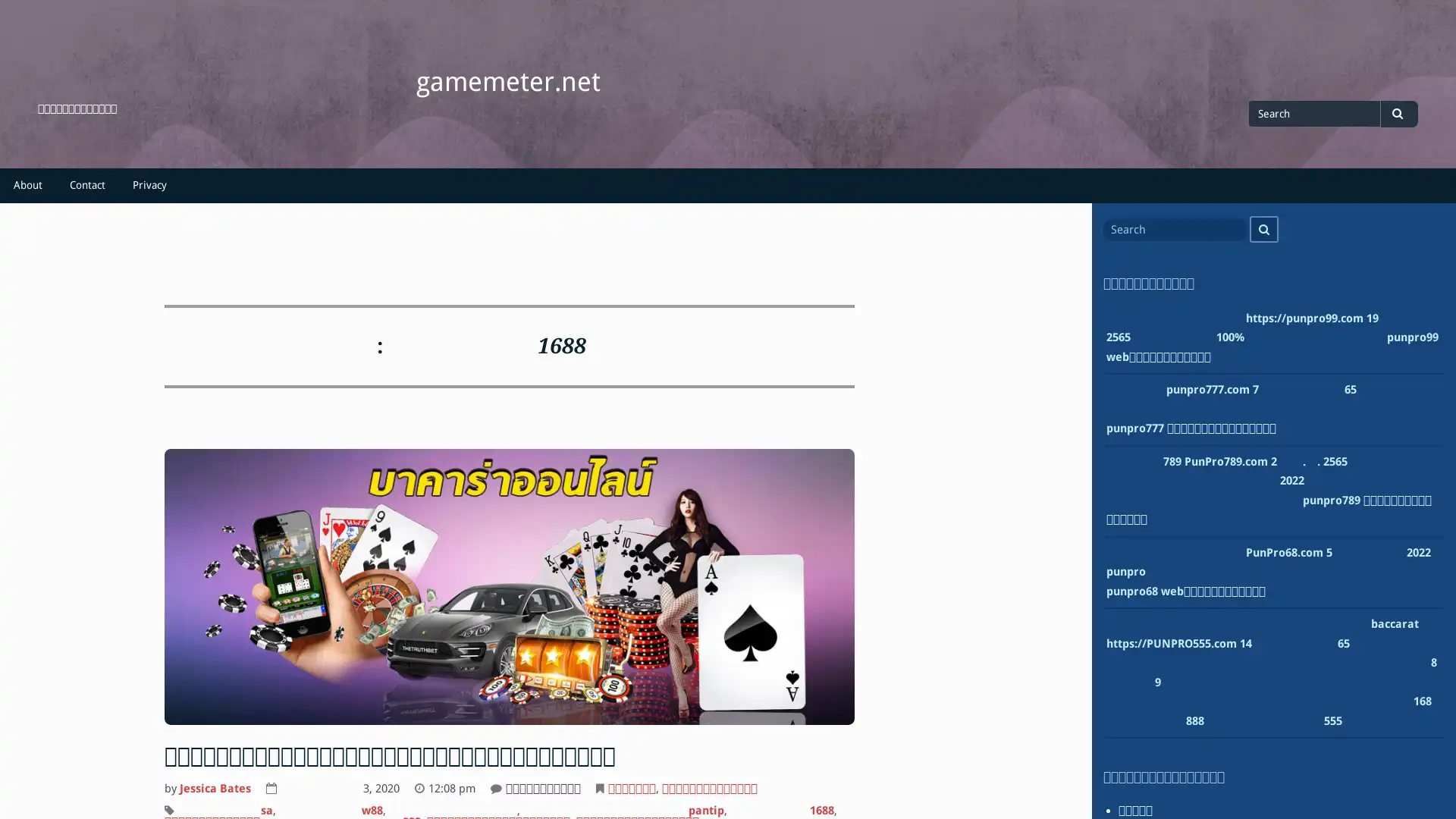 Image resolution: width=1456 pixels, height=819 pixels. What do you see at coordinates (1398, 113) in the screenshot?
I see `Search` at bounding box center [1398, 113].